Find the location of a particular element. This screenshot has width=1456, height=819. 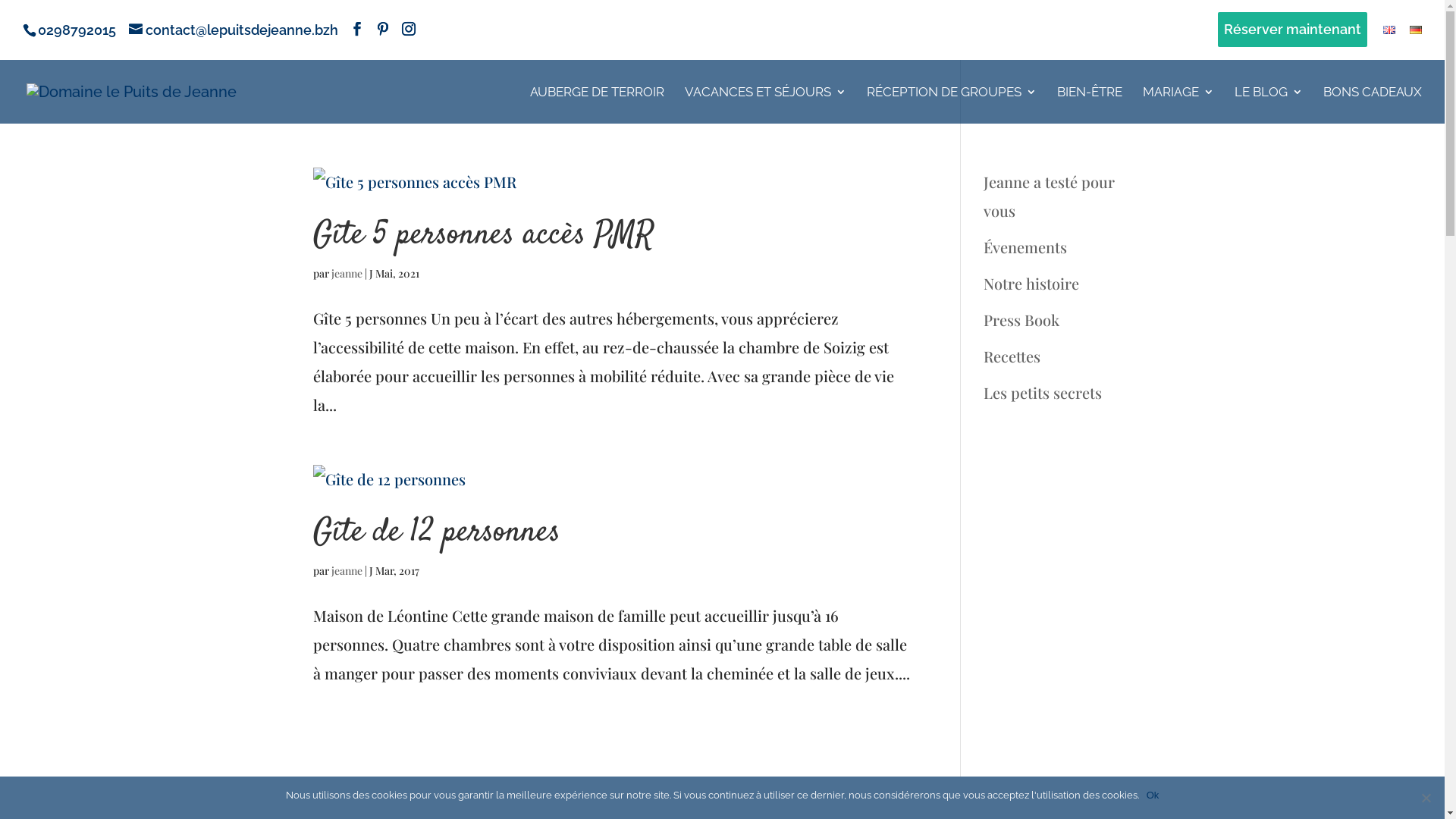

'AUBERGE DE TERROIR' is located at coordinates (596, 104).